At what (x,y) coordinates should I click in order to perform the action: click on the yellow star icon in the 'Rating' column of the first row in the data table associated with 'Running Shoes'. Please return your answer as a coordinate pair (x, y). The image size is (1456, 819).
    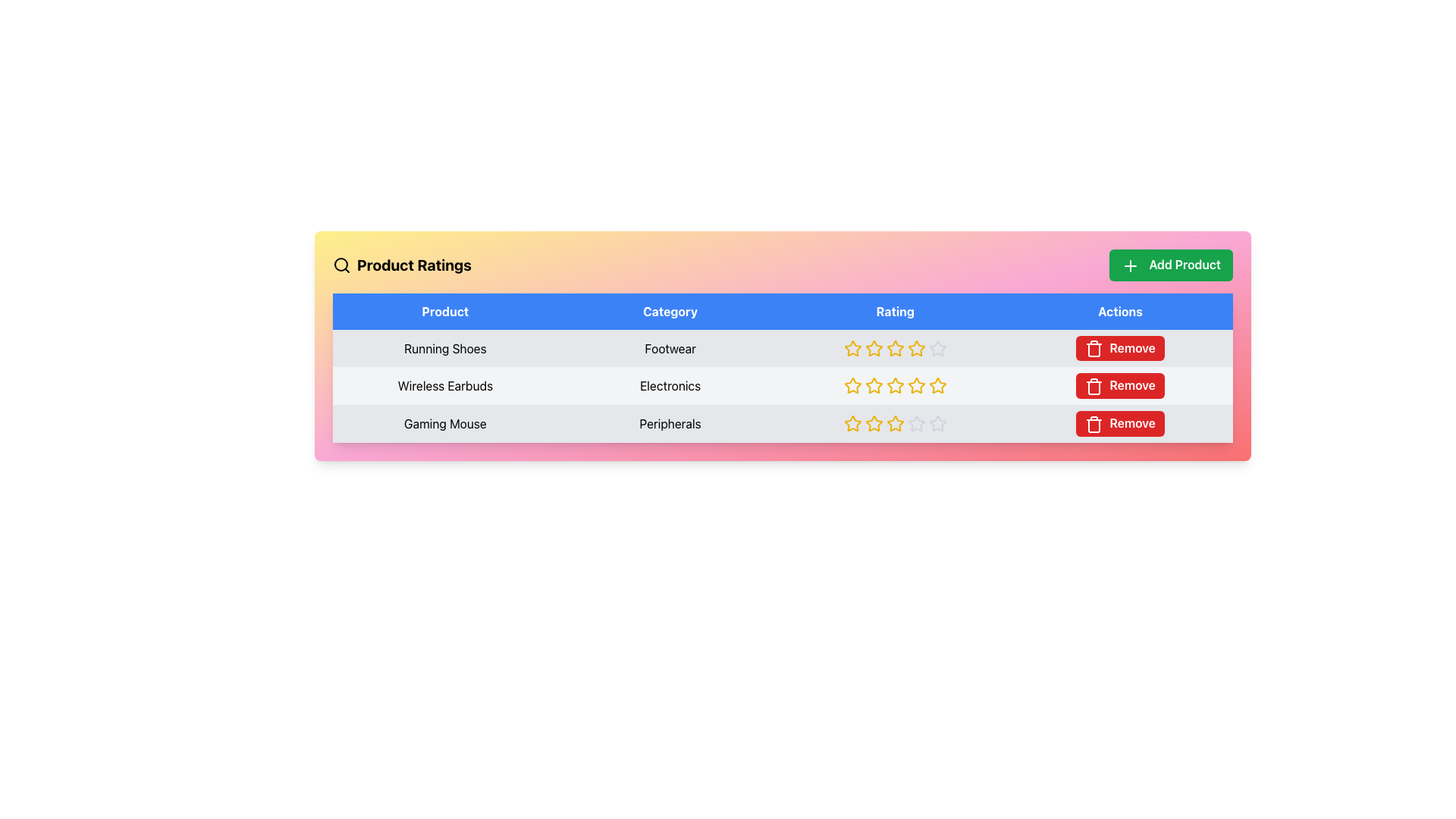
    Looking at the image, I should click on (852, 348).